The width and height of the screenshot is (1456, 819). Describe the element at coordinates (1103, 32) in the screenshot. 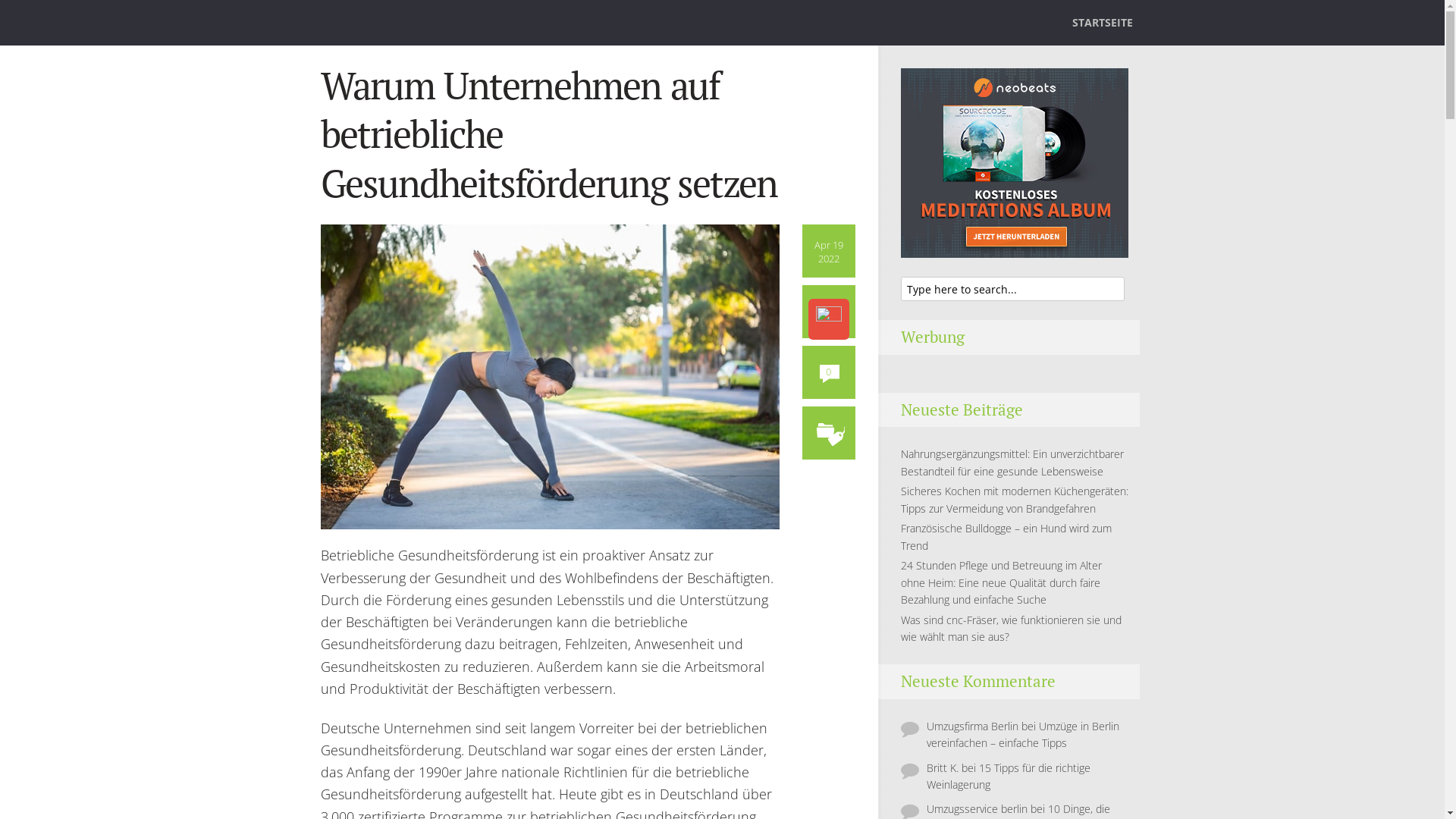

I see `'STARTSEITE'` at that location.